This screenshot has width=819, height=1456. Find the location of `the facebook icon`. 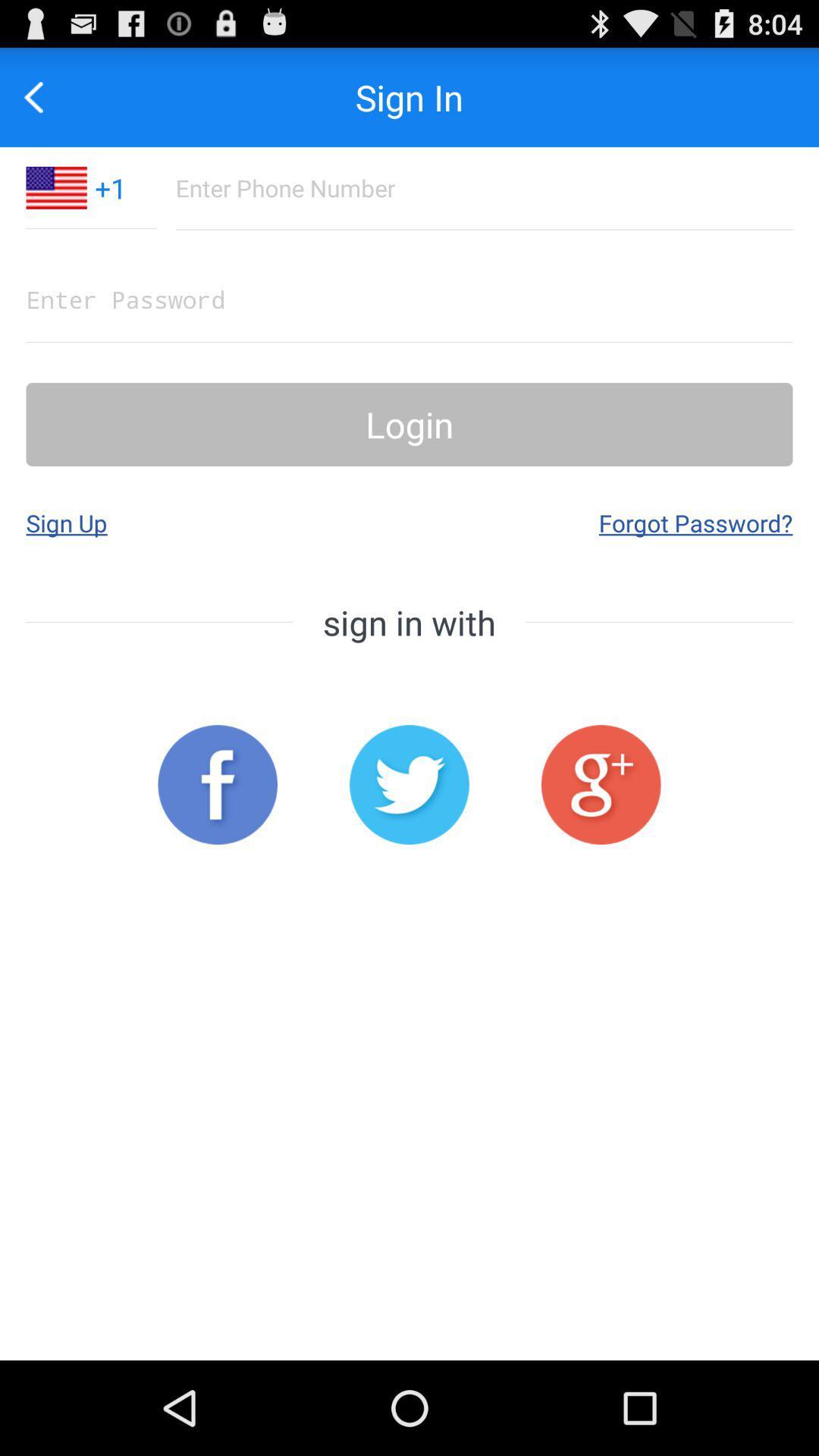

the facebook icon is located at coordinates (218, 839).